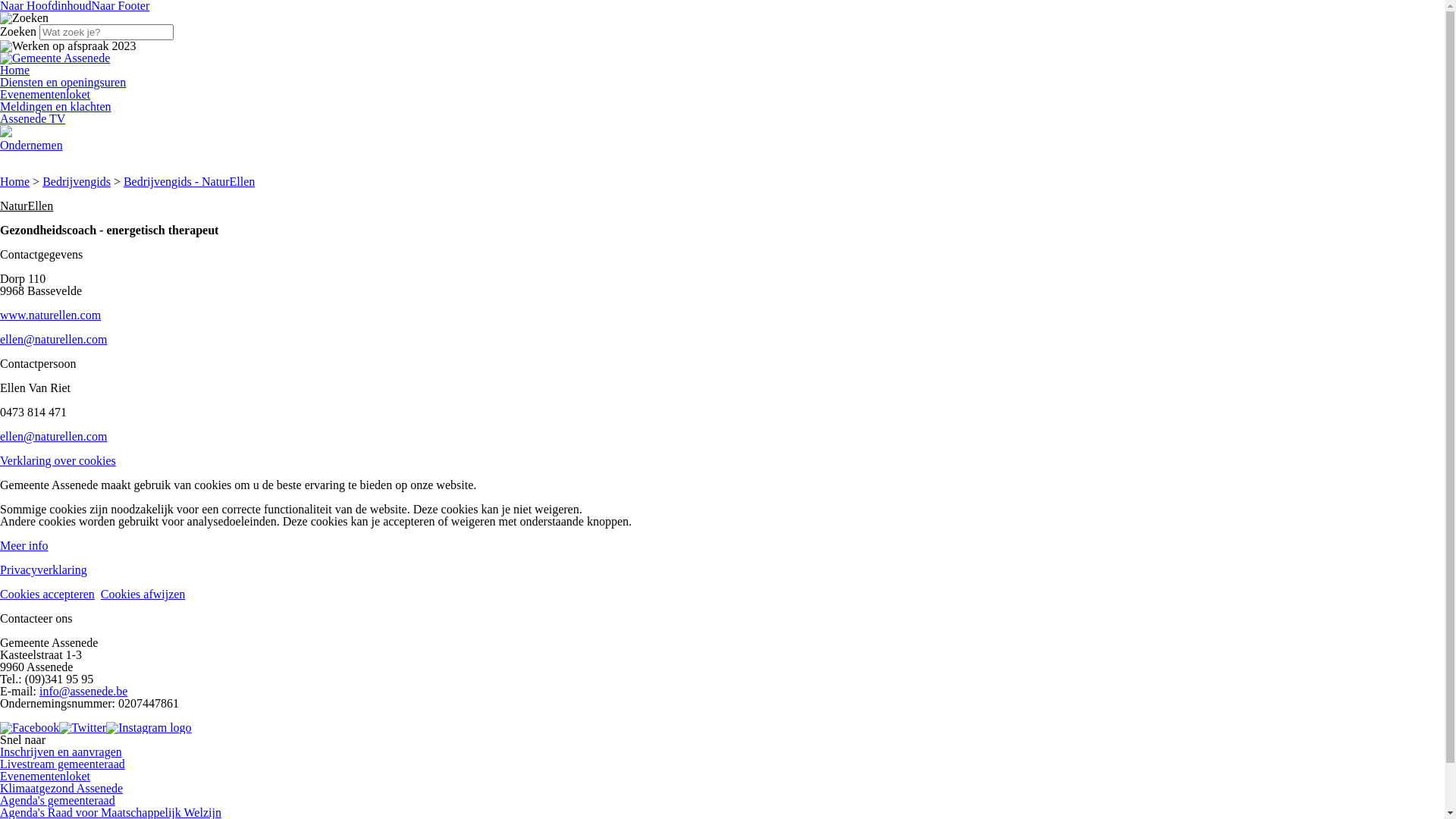 The image size is (1456, 819). I want to click on 'Bedrijvengids', so click(42, 180).